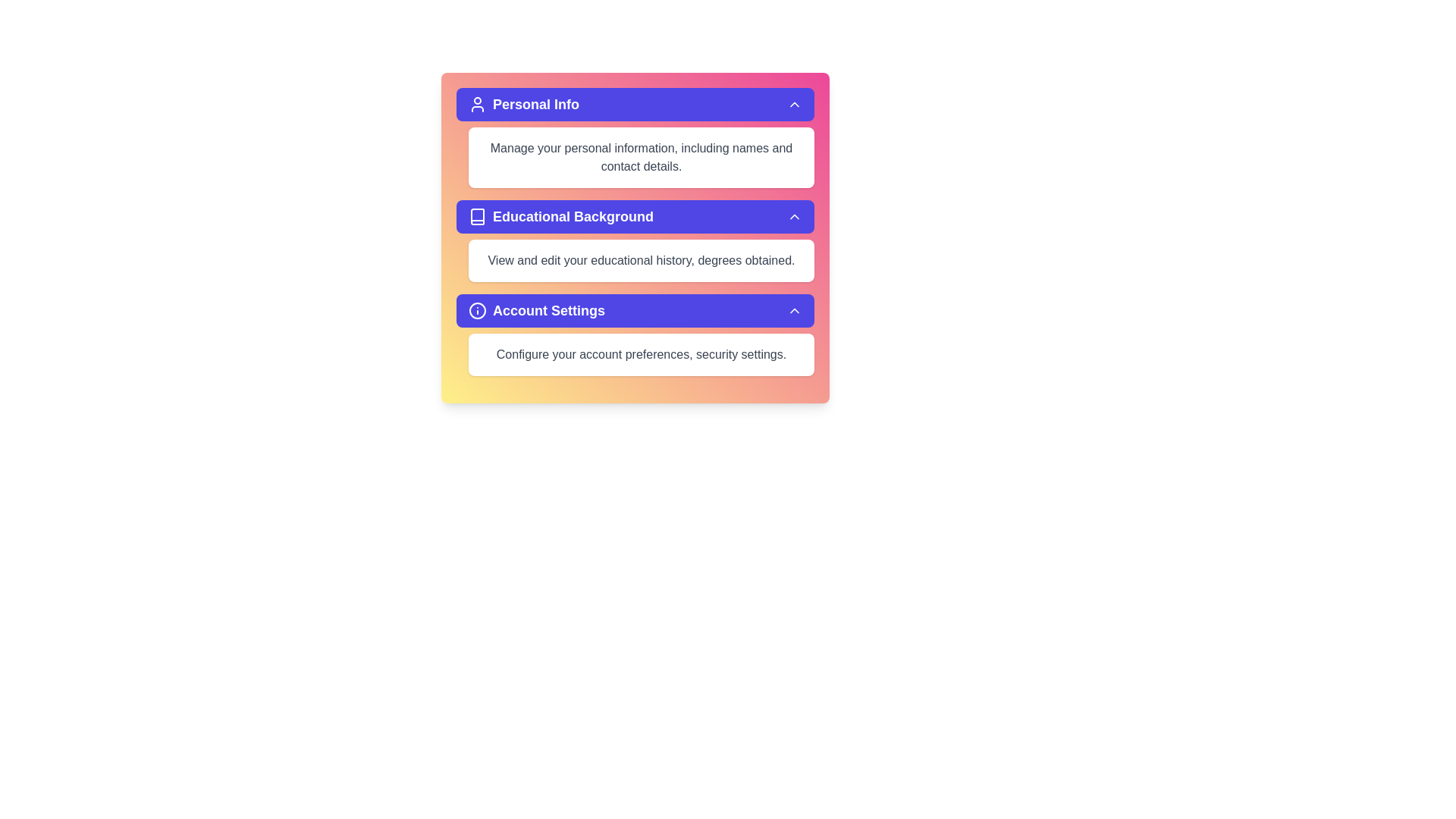 The width and height of the screenshot is (1456, 819). What do you see at coordinates (476, 104) in the screenshot?
I see `the icon of the section labeled Personal Info` at bounding box center [476, 104].